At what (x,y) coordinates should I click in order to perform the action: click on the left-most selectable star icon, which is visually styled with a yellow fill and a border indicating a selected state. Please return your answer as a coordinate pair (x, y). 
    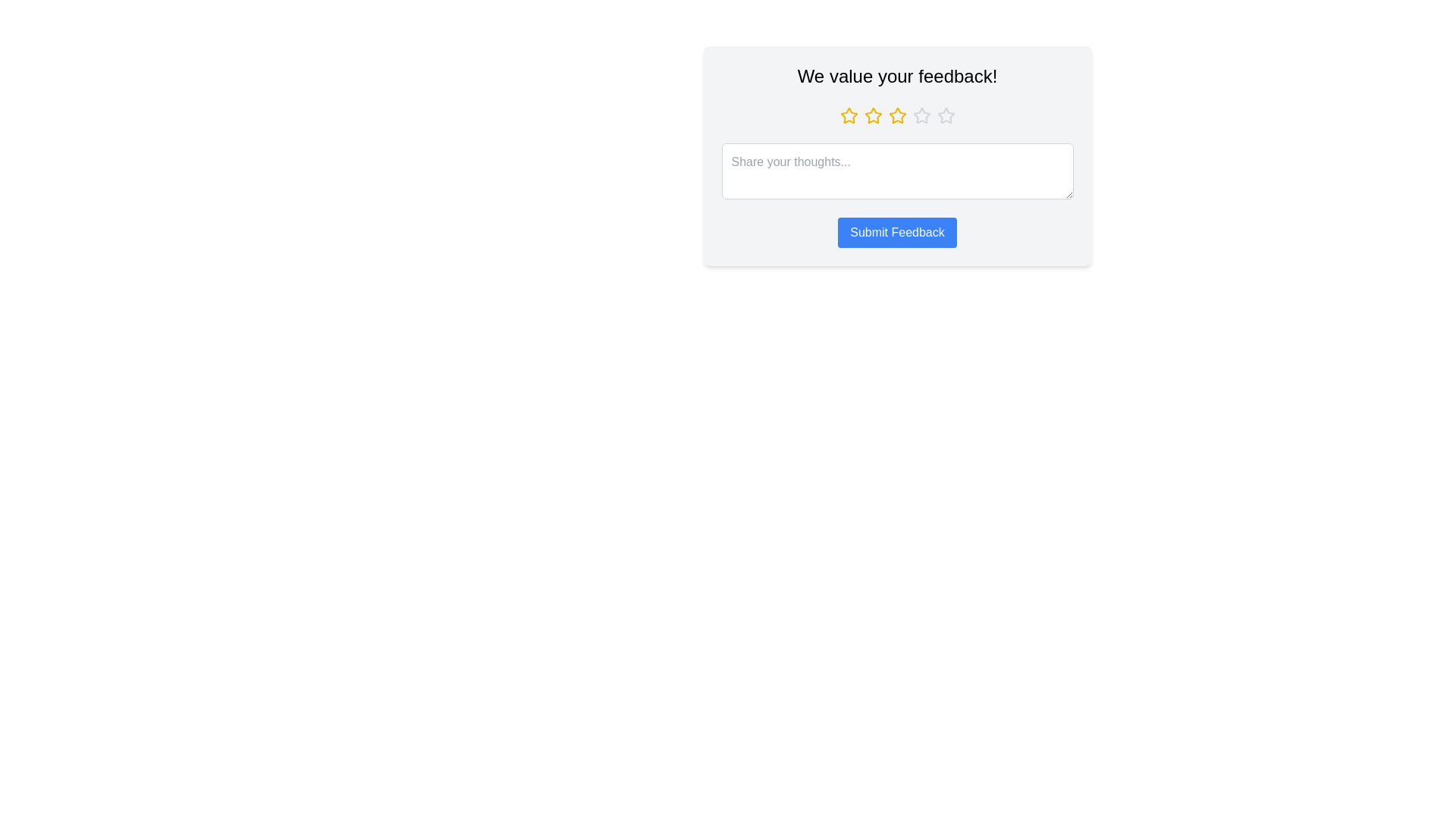
    Looking at the image, I should click on (848, 115).